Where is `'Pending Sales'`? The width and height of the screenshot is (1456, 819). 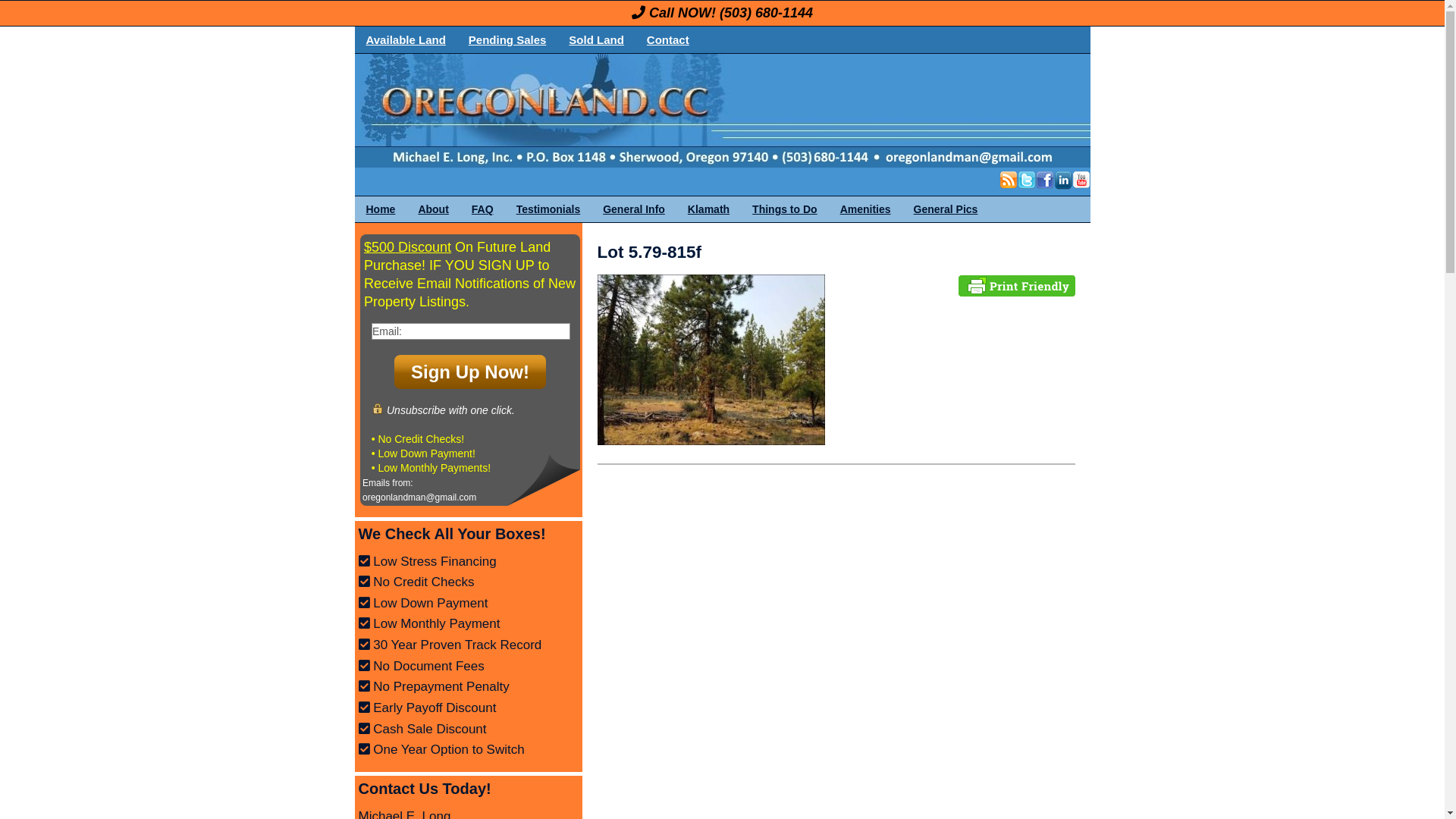
'Pending Sales' is located at coordinates (457, 39).